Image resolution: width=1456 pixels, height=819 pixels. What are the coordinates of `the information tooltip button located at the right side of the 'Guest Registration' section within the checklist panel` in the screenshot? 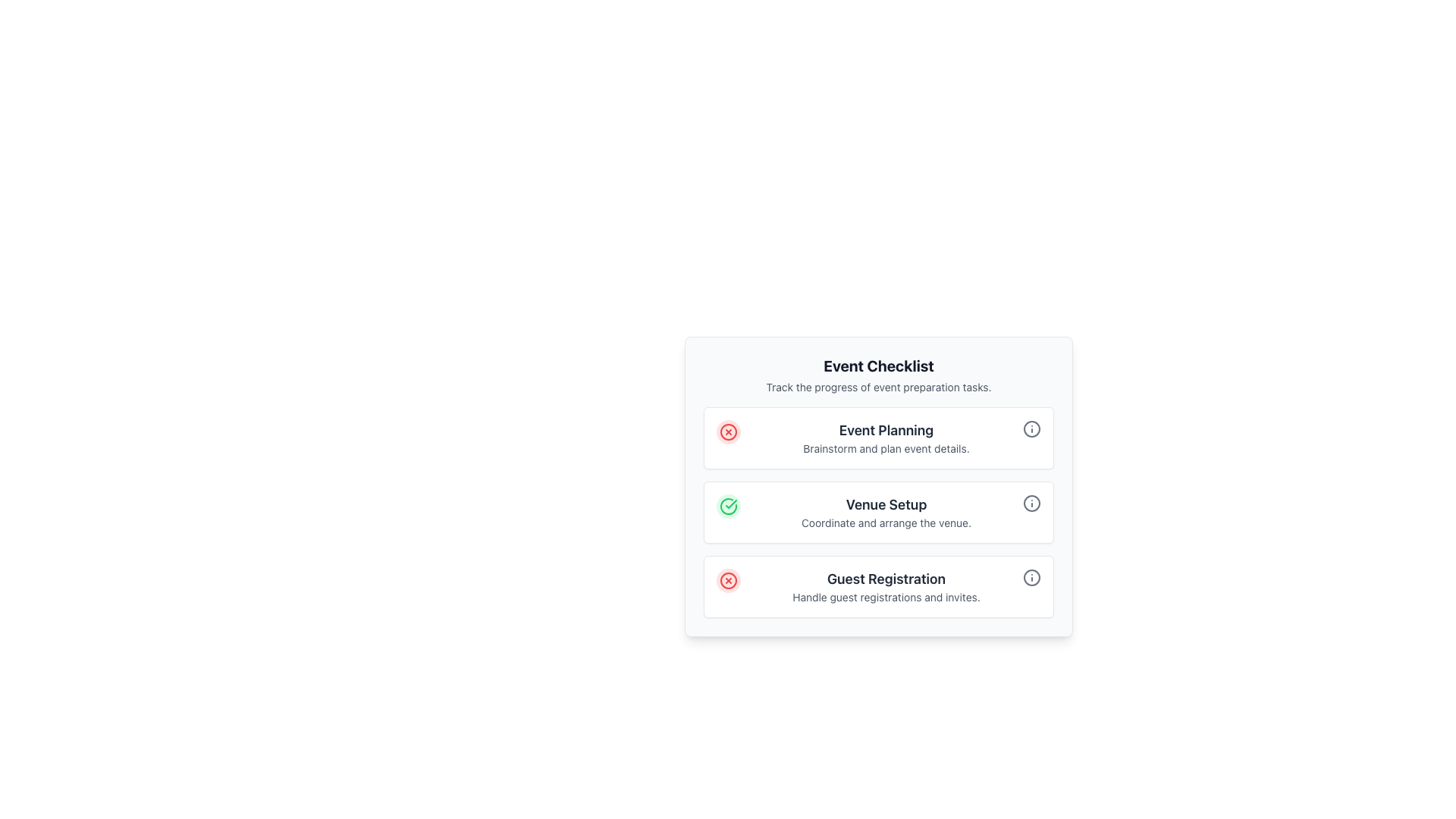 It's located at (1031, 578).